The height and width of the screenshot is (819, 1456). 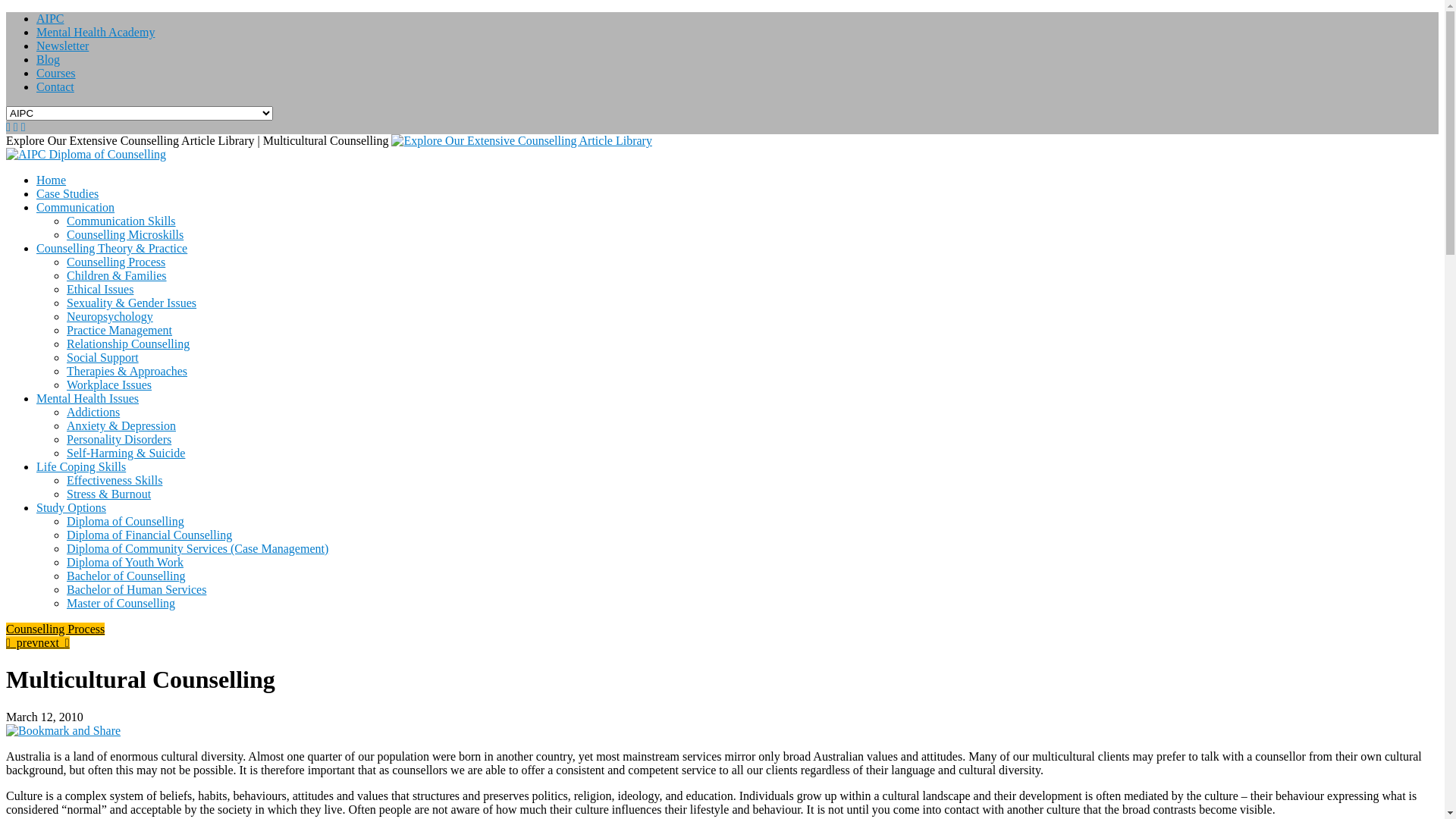 I want to click on 'Addictions', so click(x=93, y=412).